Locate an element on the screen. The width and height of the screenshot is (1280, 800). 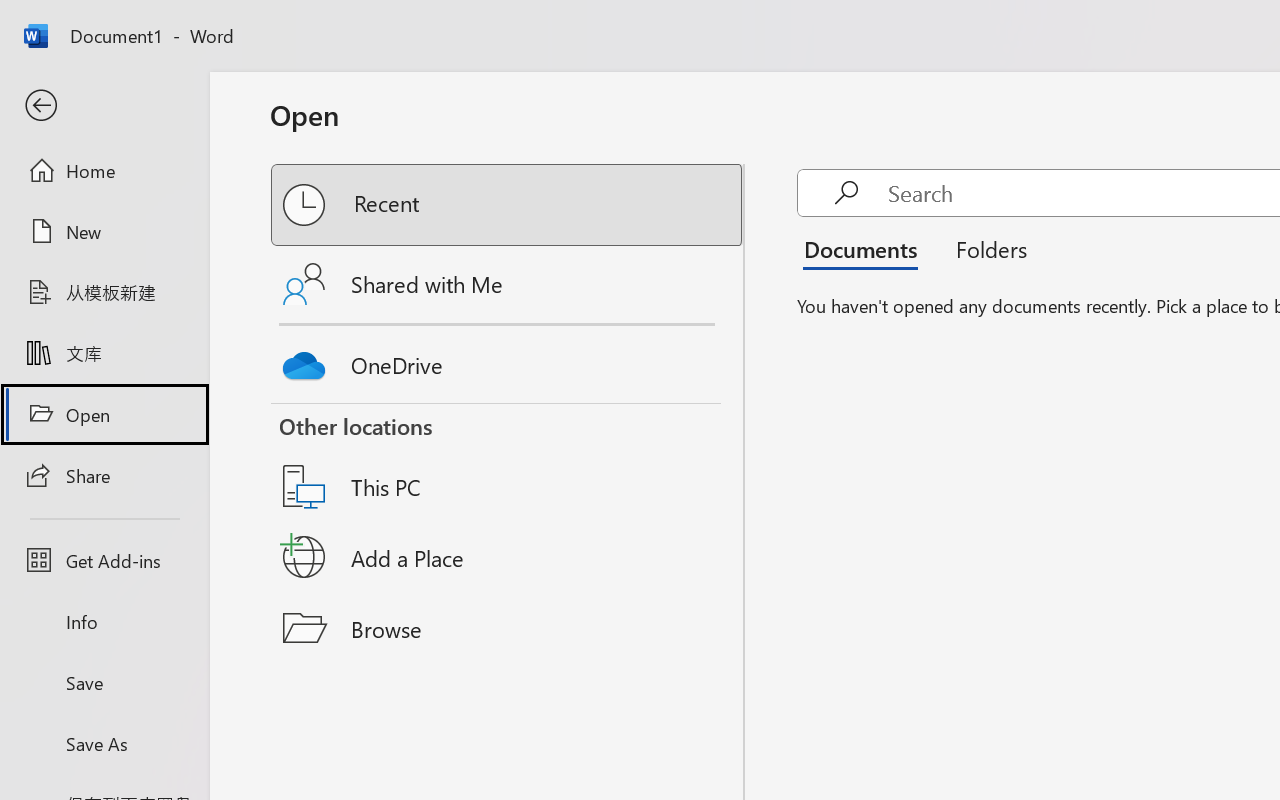
'Info' is located at coordinates (103, 621).